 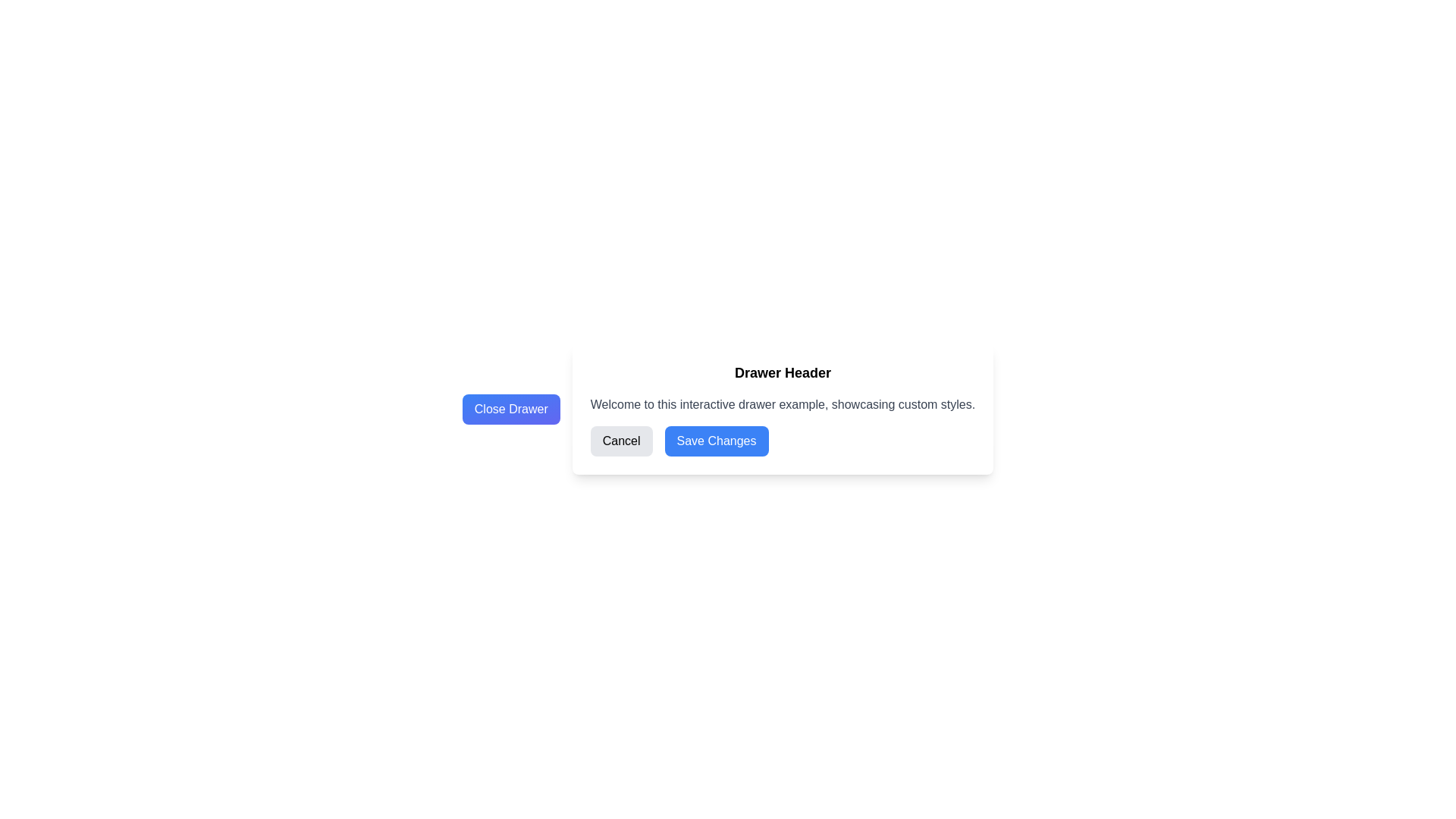 I want to click on the 'Save Changes' button, which is a rectangular button with rounded corners, blue background, and white text, located at the bottom of the card near the right-hand side, so click(x=716, y=441).